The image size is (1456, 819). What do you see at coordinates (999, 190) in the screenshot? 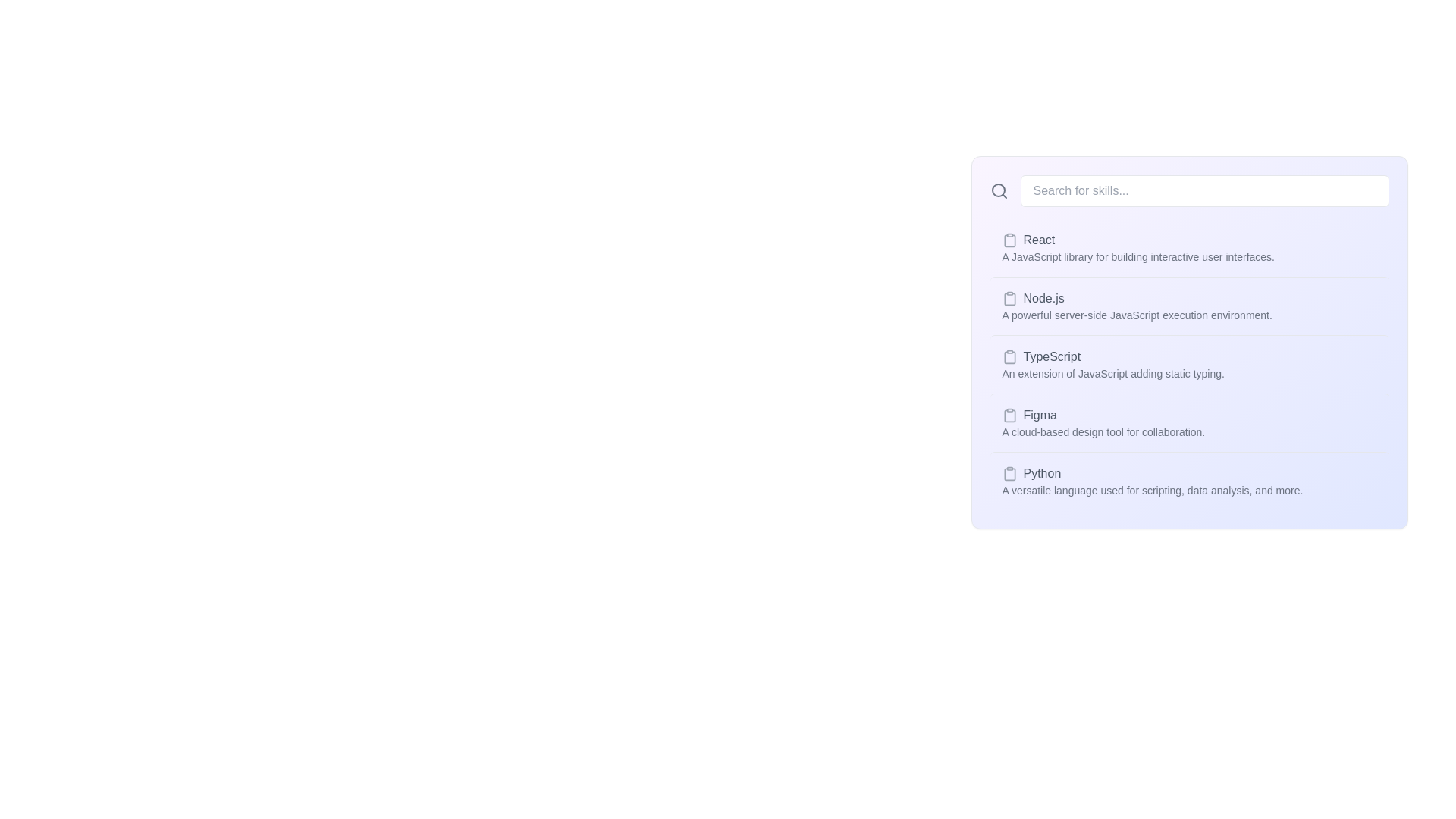
I see `the search icon located to the far left of the horizontal bar containing the text input field labeled 'Search for skills...'` at bounding box center [999, 190].